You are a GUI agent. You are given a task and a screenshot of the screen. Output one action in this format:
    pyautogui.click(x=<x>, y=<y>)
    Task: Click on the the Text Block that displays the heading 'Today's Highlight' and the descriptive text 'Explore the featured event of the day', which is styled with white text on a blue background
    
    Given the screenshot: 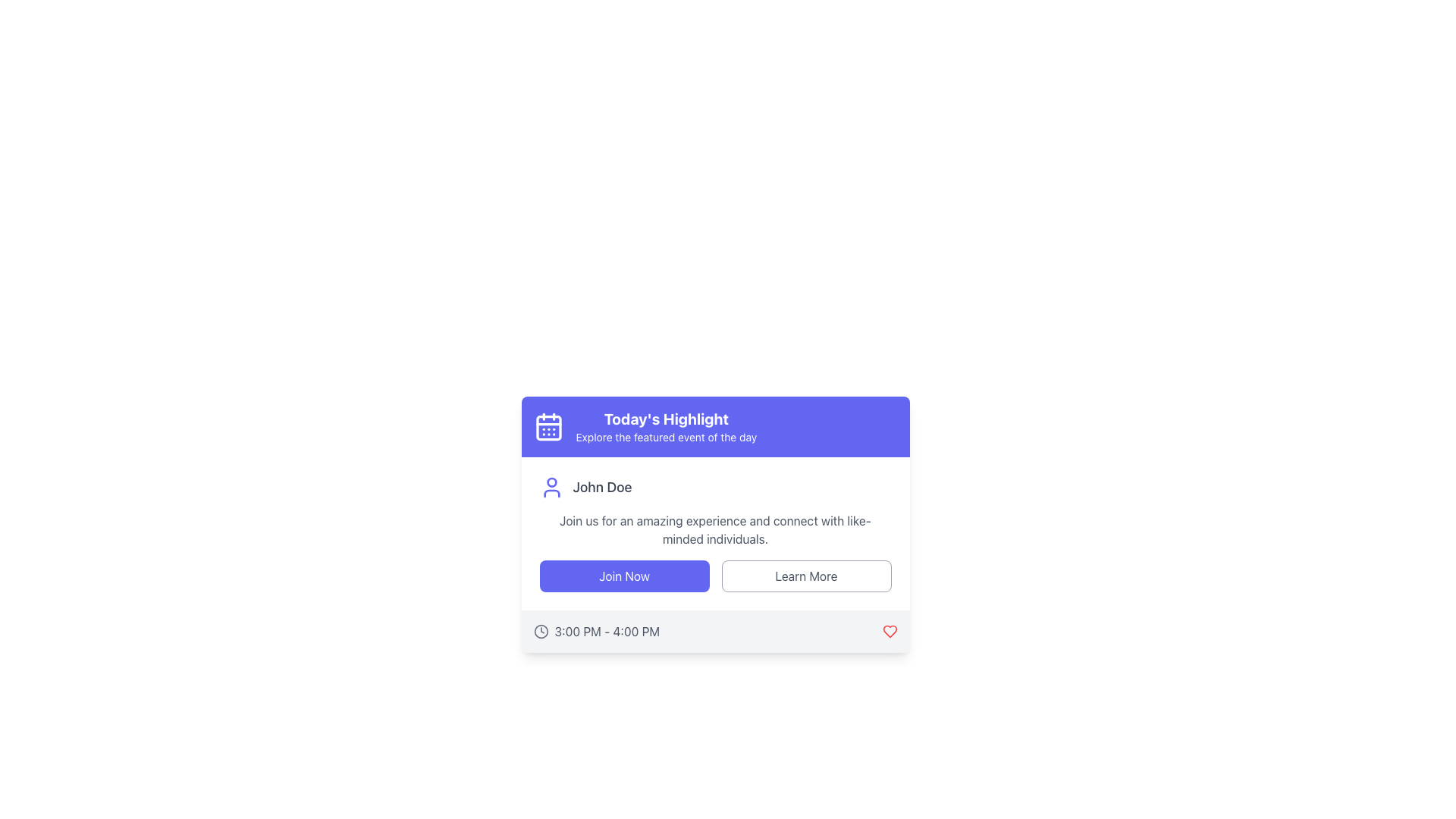 What is the action you would take?
    pyautogui.click(x=666, y=427)
    